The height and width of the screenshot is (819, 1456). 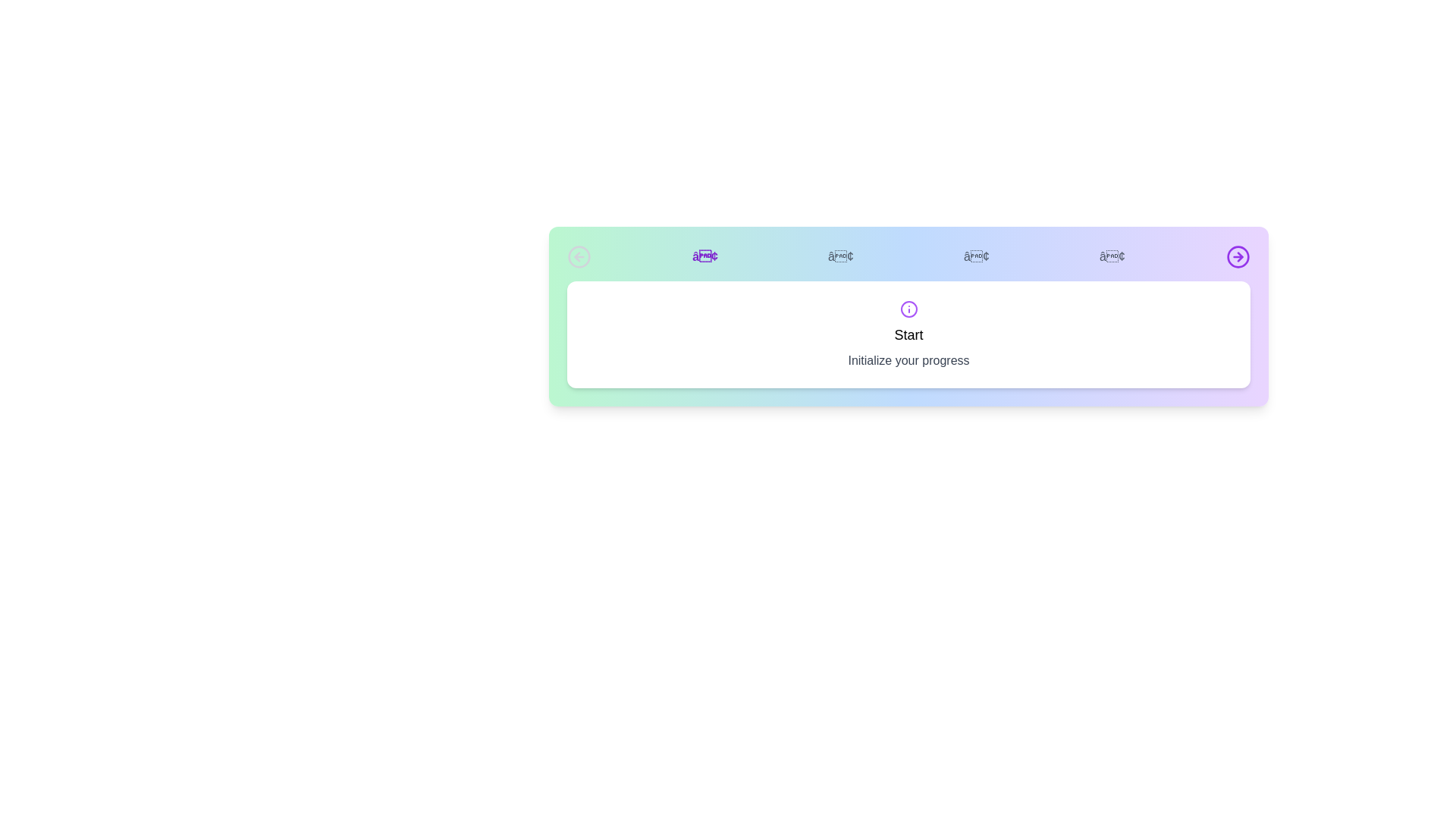 What do you see at coordinates (908, 308) in the screenshot?
I see `the information icon to view the details of the current step` at bounding box center [908, 308].